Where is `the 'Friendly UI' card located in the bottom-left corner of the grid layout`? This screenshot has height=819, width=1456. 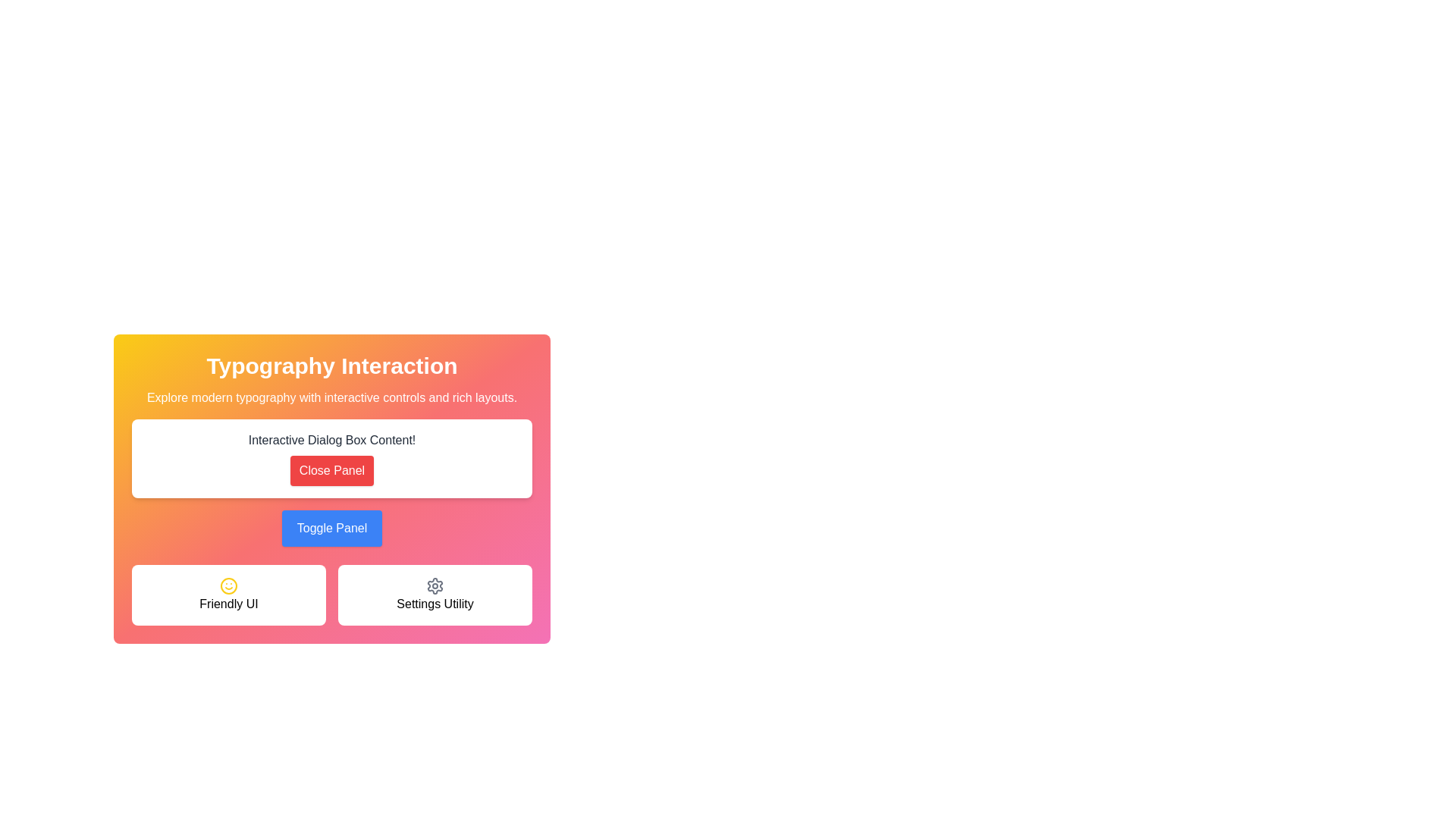 the 'Friendly UI' card located in the bottom-left corner of the grid layout is located at coordinates (228, 595).